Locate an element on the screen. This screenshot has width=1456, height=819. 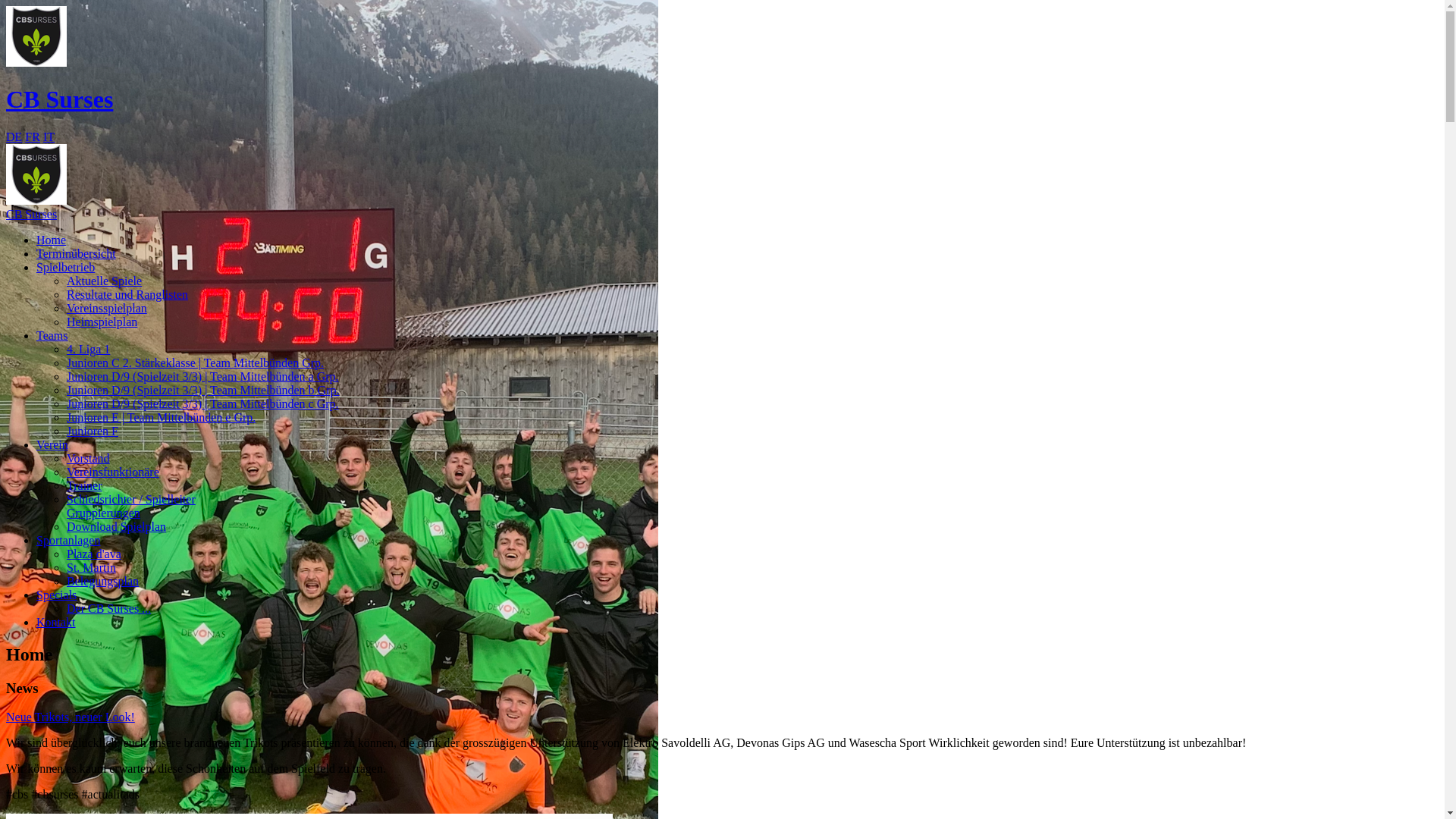
'Belegungsplan' is located at coordinates (102, 580).